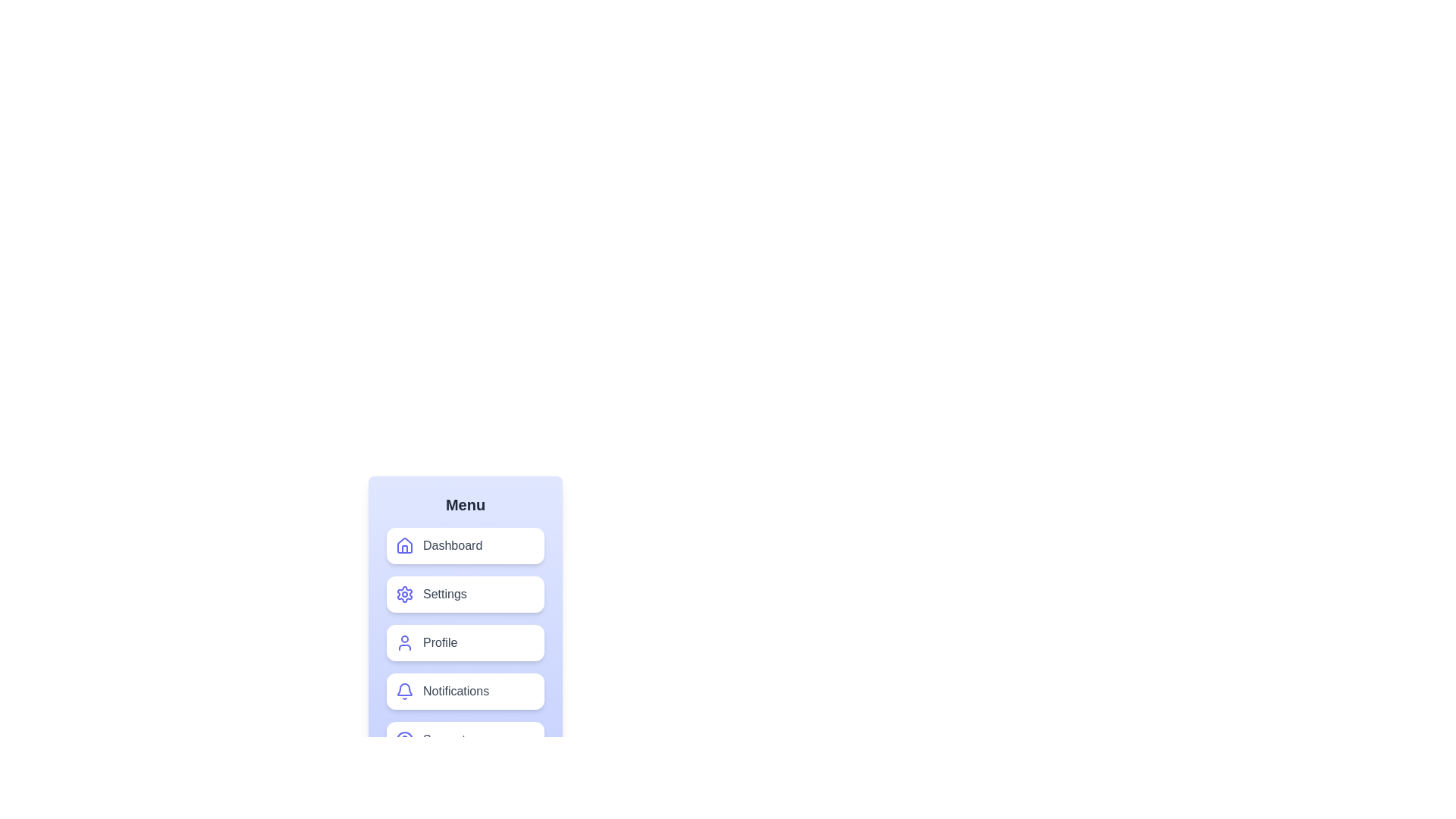  What do you see at coordinates (465, 546) in the screenshot?
I see `the first button in the vertical menu structure located below the 'Menu' title` at bounding box center [465, 546].